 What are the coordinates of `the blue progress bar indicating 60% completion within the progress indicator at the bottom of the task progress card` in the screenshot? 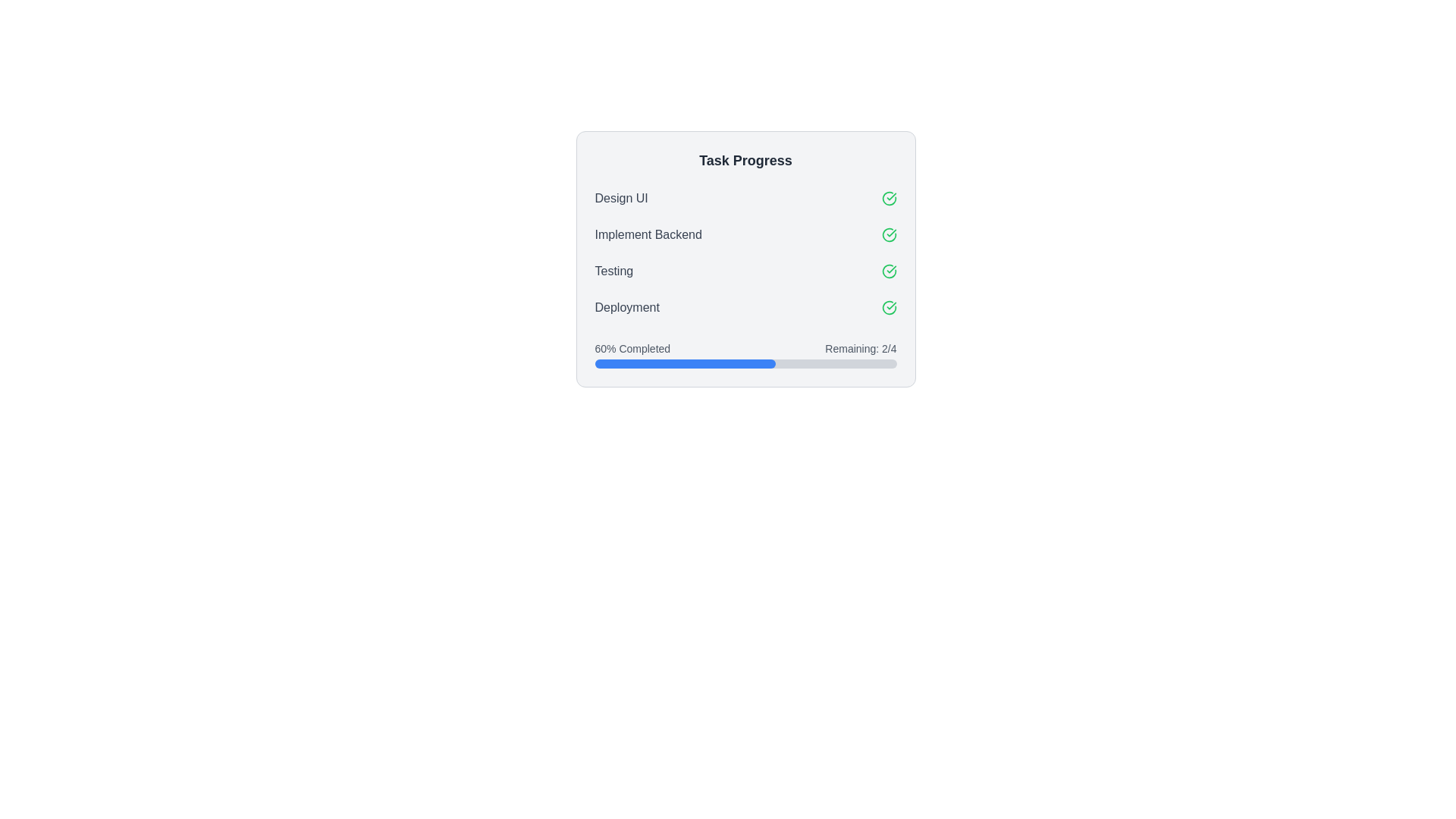 It's located at (684, 363).